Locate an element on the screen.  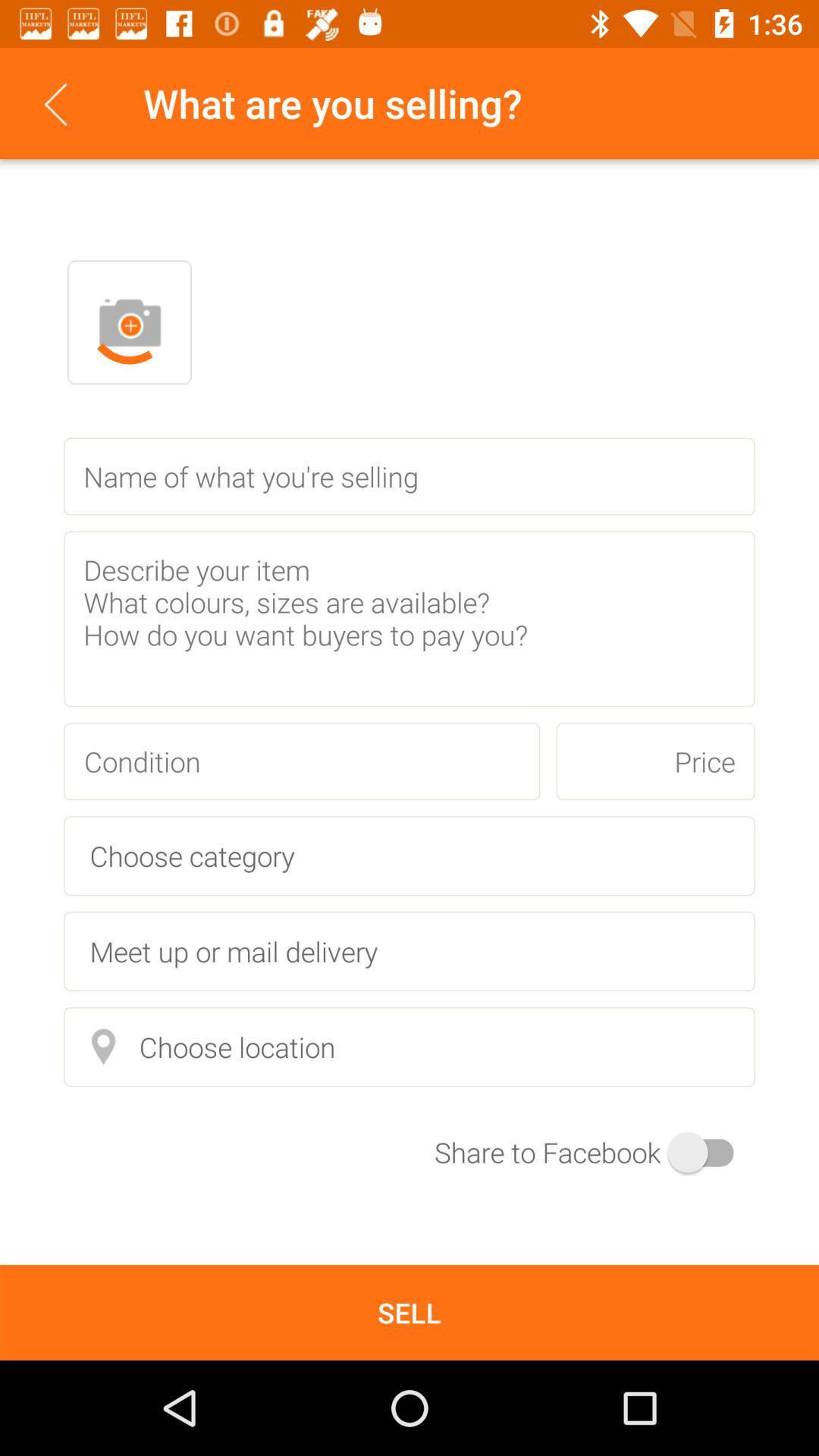
icon on the right is located at coordinates (654, 761).